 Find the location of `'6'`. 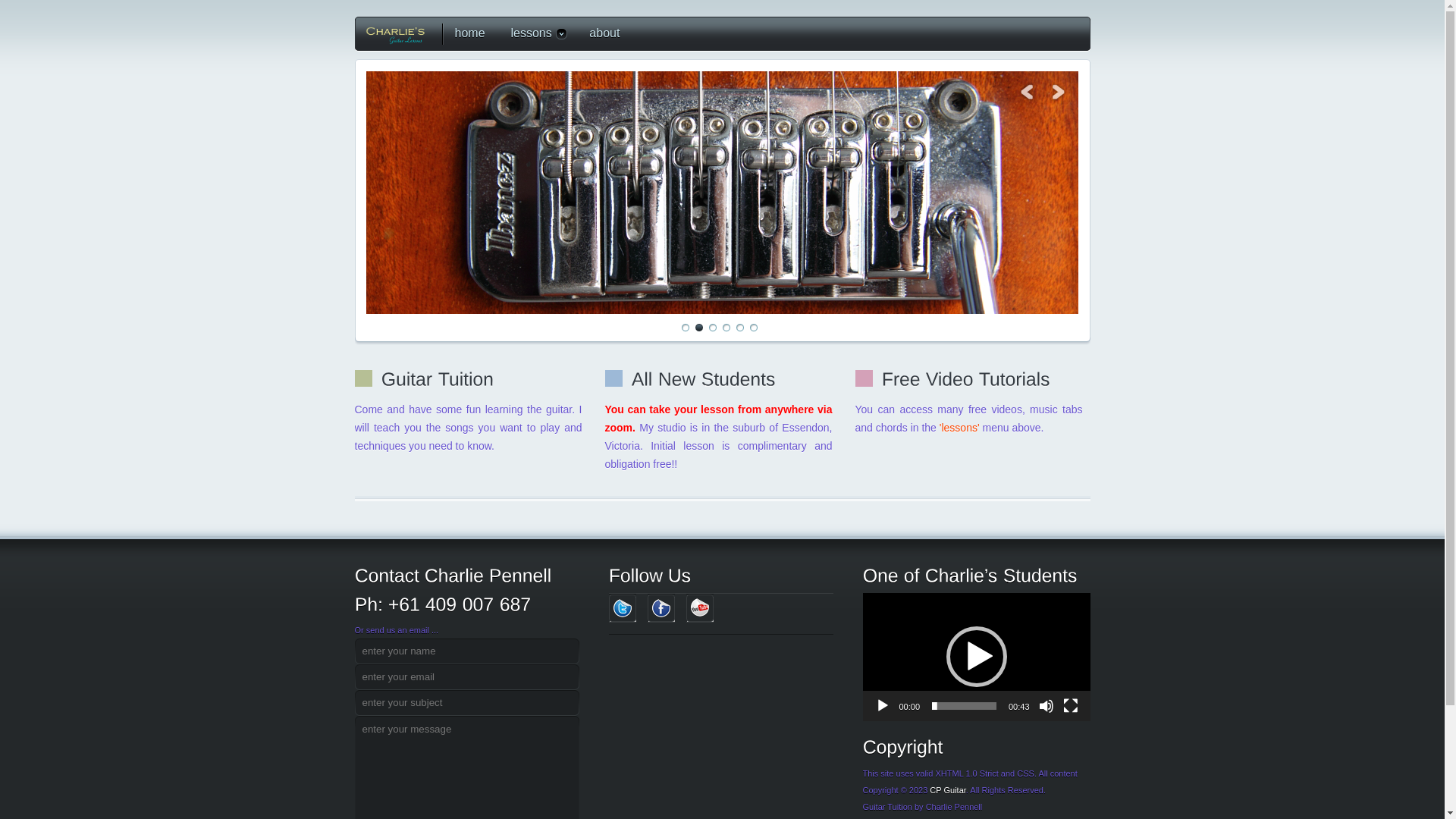

'6' is located at coordinates (753, 327).